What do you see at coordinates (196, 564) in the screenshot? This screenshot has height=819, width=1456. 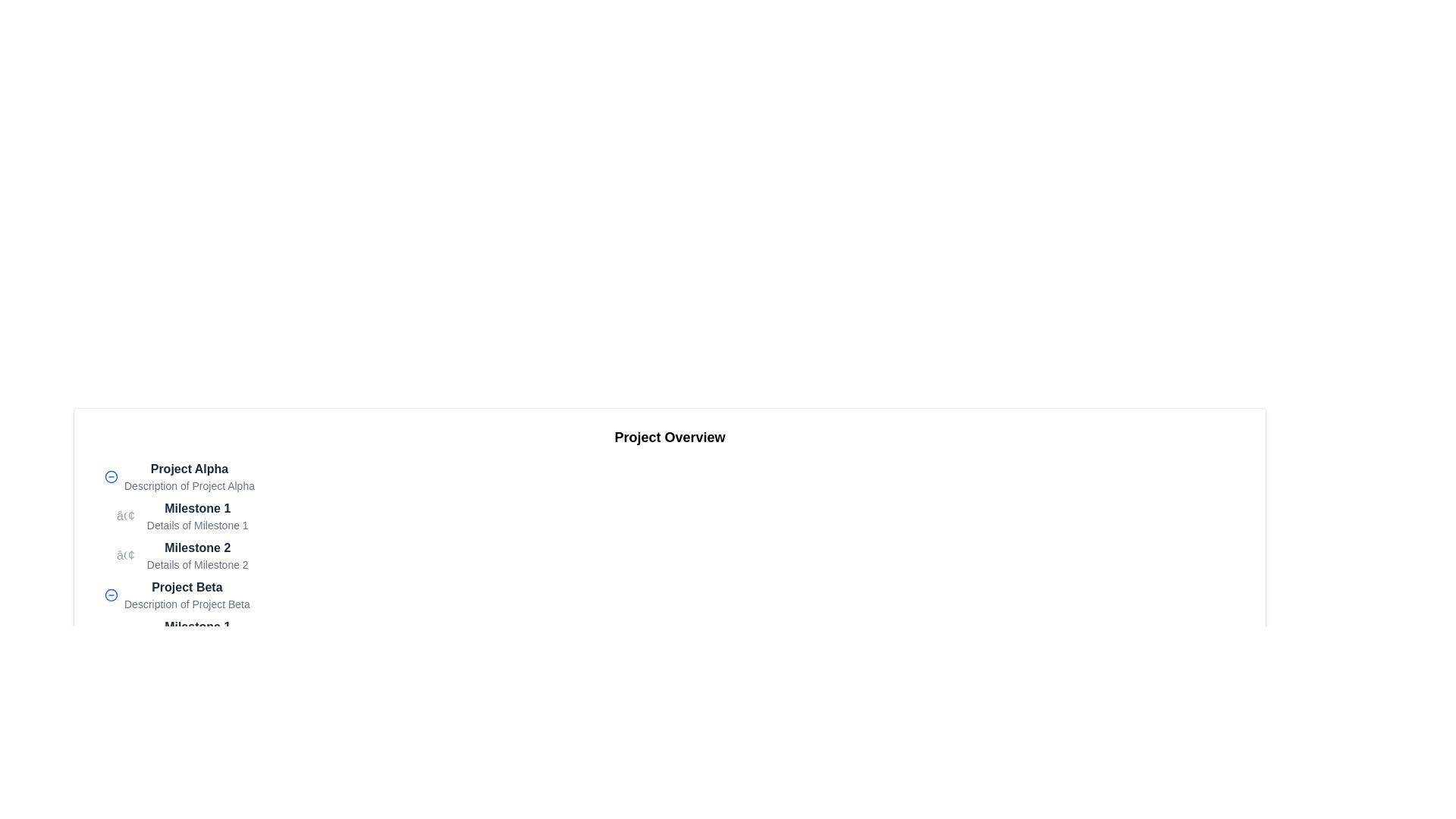 I see `the static text element reading 'Details of Milestone 2', which is styled in a smaller font size and lighter gray color, located directly below the bolded 'Milestone 2' text` at bounding box center [196, 564].